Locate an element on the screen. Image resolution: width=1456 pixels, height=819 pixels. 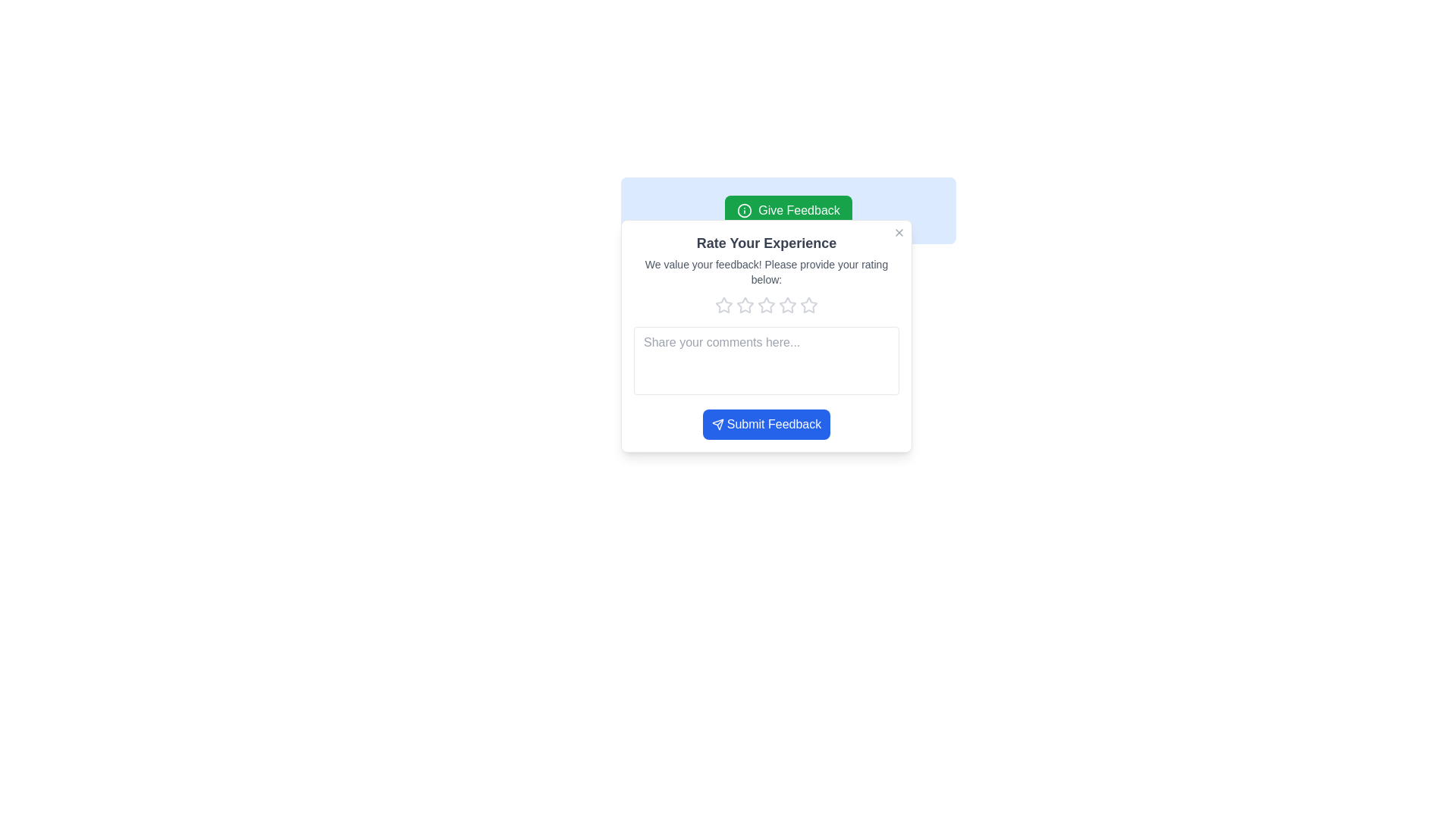
to select the star-shaped icon (second star) in the feedback rating section, which is part of a horizontal row of five stars is located at coordinates (767, 305).